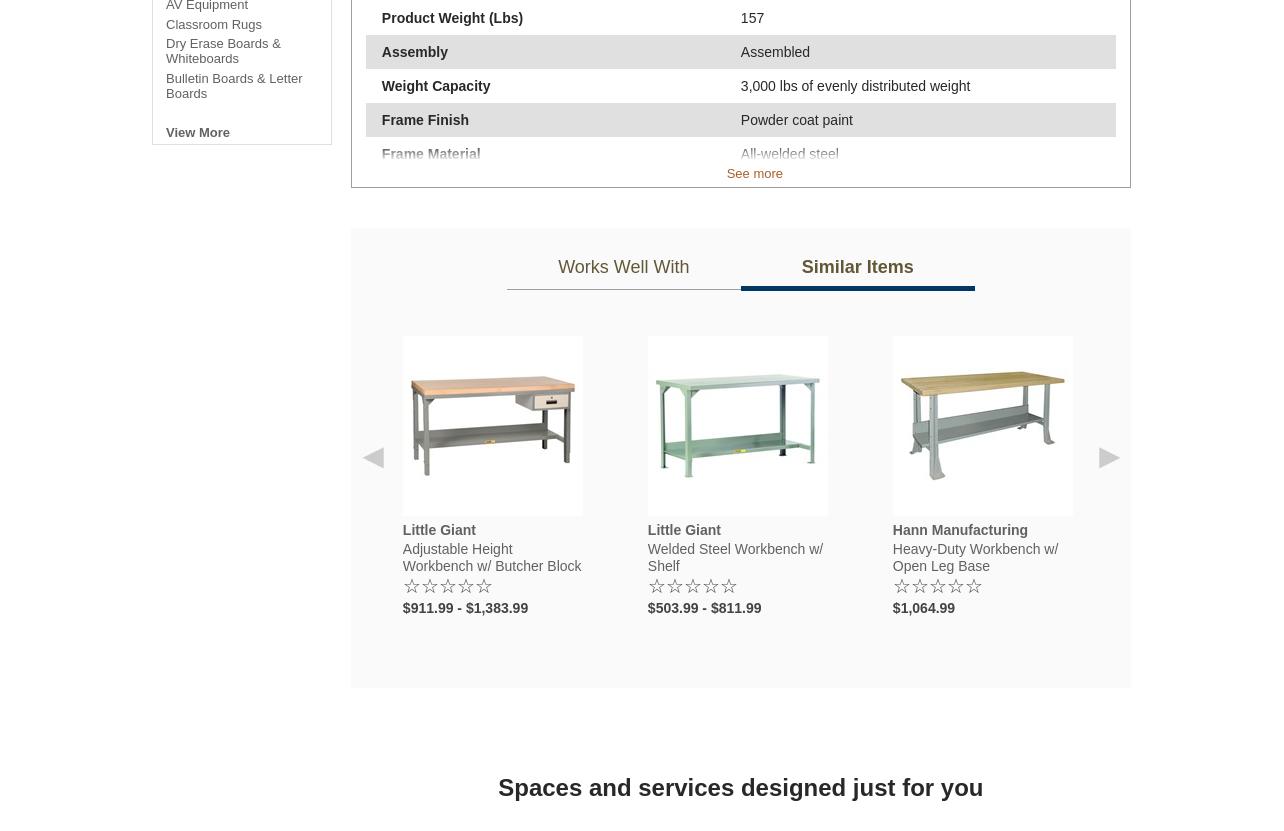  I want to click on 'Assembly', so click(414, 51).